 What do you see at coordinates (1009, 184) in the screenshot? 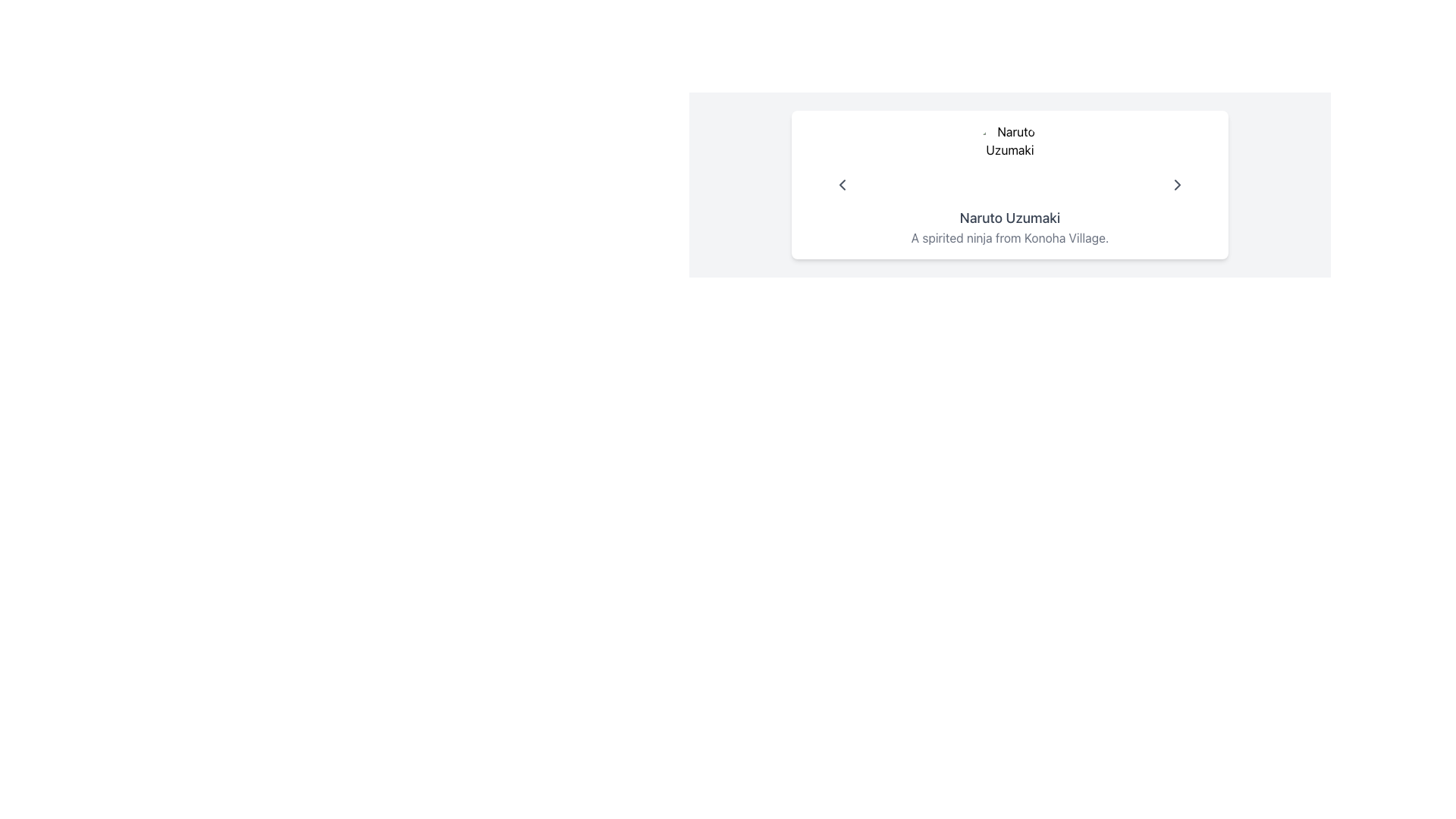
I see `displayed information in the Profile display element that shows 'Naruto Uzumaki' and their details` at bounding box center [1009, 184].